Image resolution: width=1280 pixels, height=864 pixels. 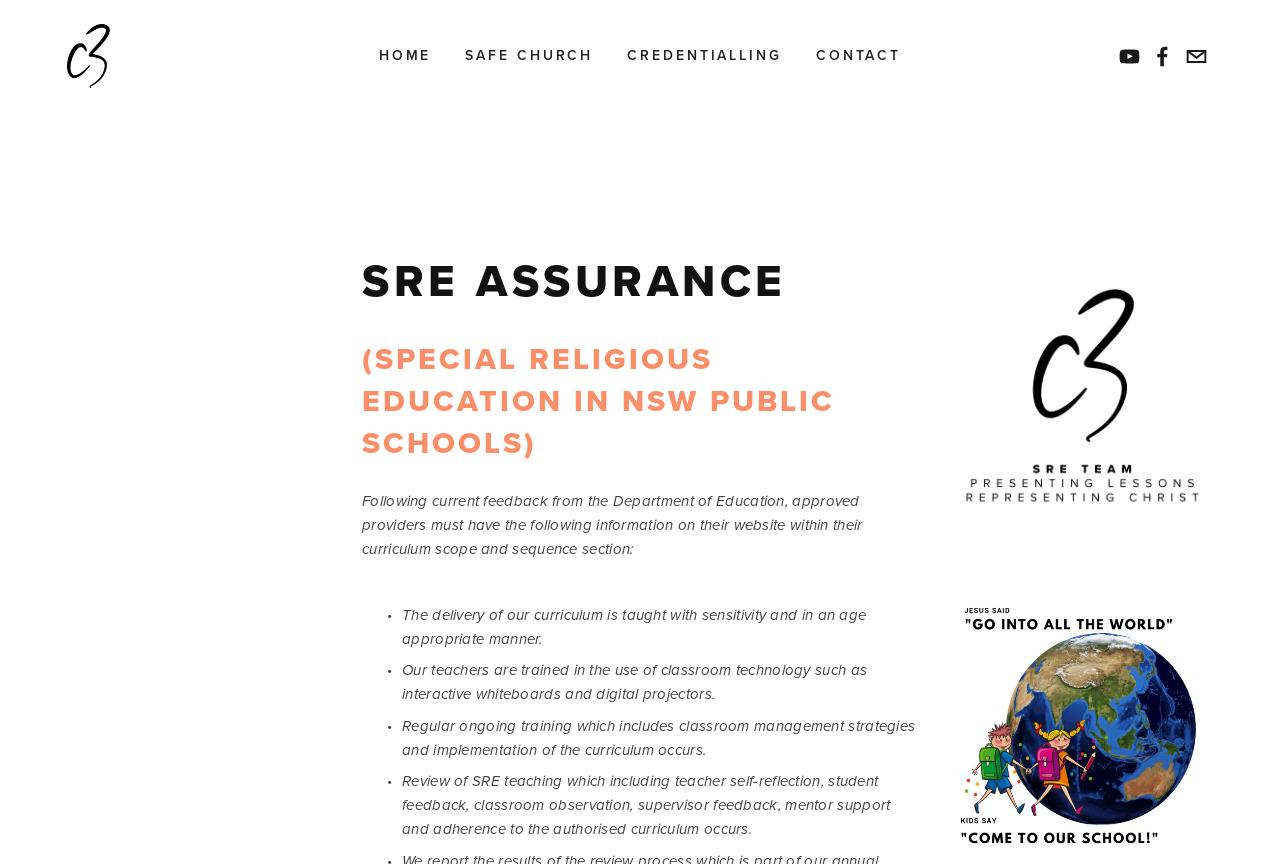 What do you see at coordinates (403, 55) in the screenshot?
I see `'Home'` at bounding box center [403, 55].